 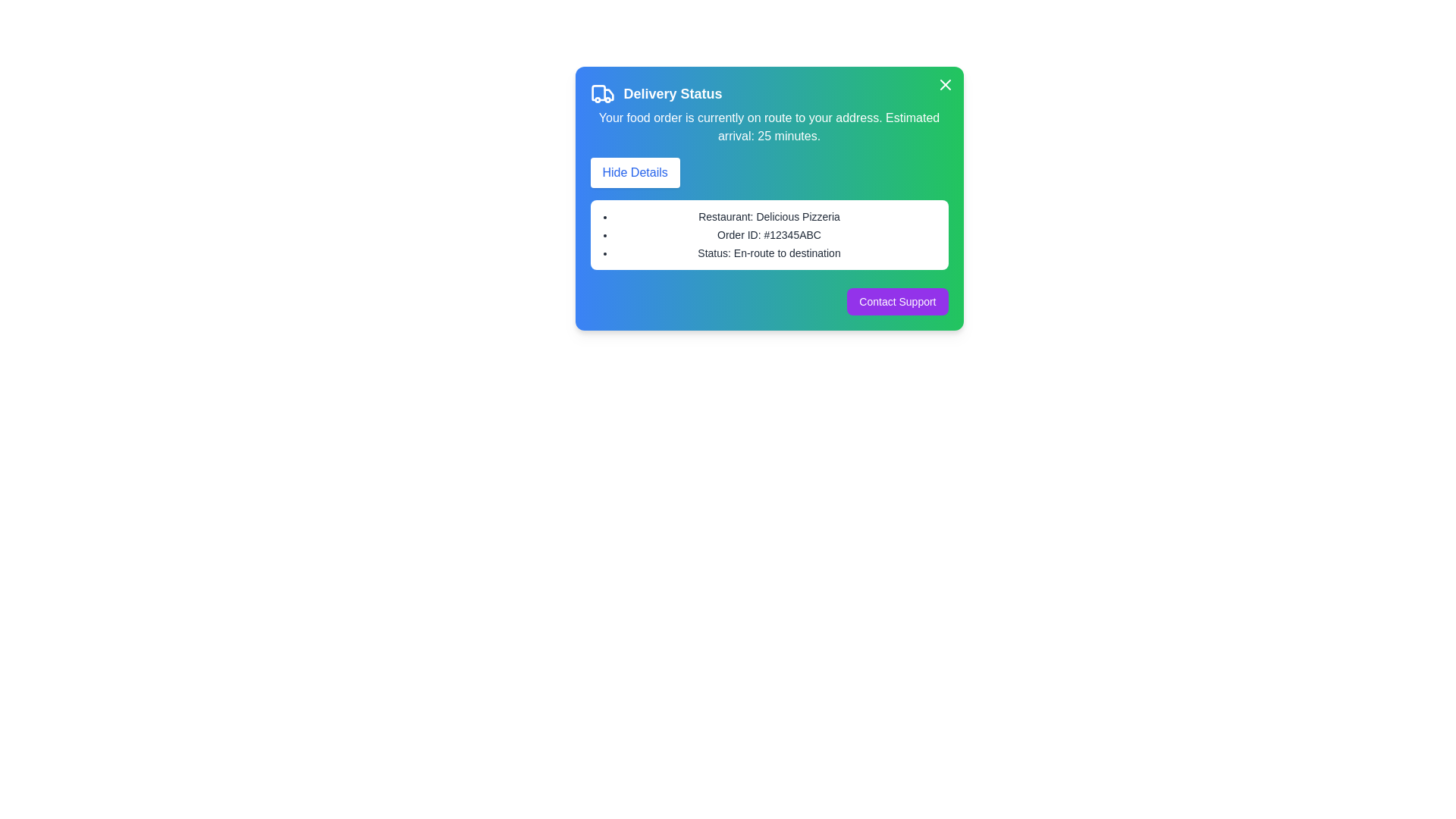 What do you see at coordinates (944, 84) in the screenshot?
I see `the close button at the top-right corner of the delivery status alert to hide it` at bounding box center [944, 84].